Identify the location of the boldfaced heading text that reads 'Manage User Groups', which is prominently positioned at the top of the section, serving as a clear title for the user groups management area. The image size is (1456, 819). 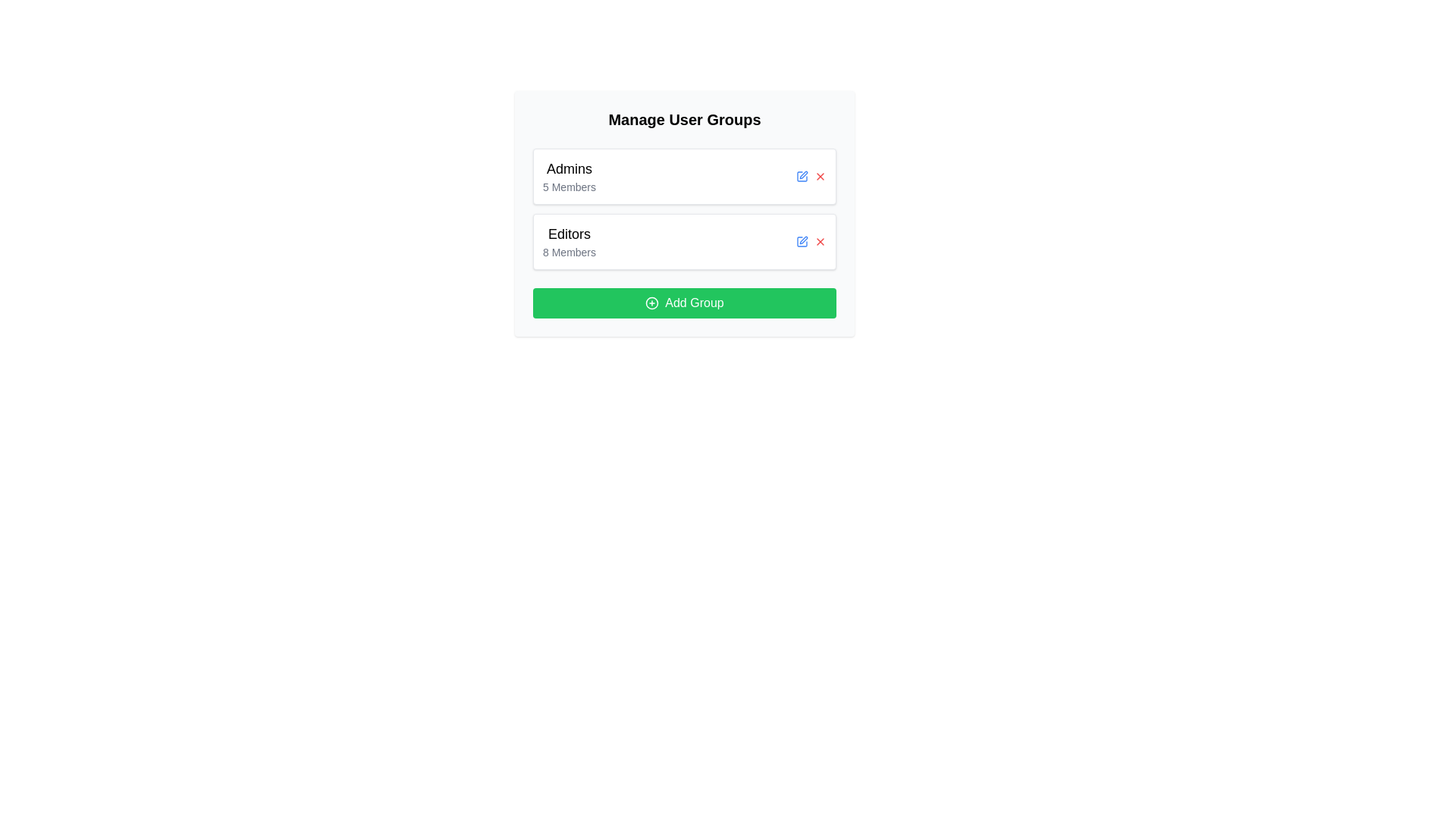
(683, 119).